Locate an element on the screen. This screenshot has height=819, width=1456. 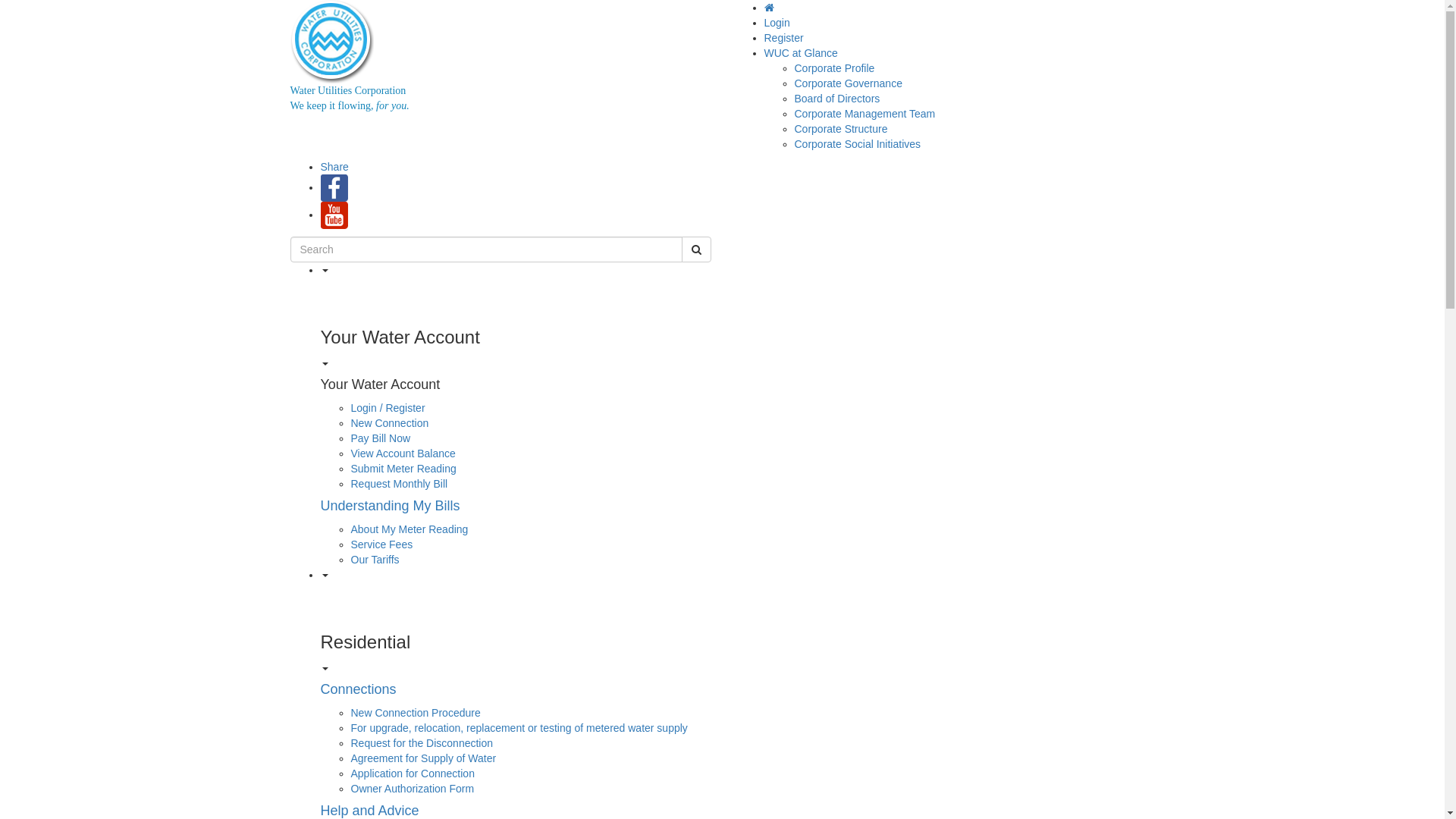
'Understanding My Bills' is located at coordinates (389, 506).